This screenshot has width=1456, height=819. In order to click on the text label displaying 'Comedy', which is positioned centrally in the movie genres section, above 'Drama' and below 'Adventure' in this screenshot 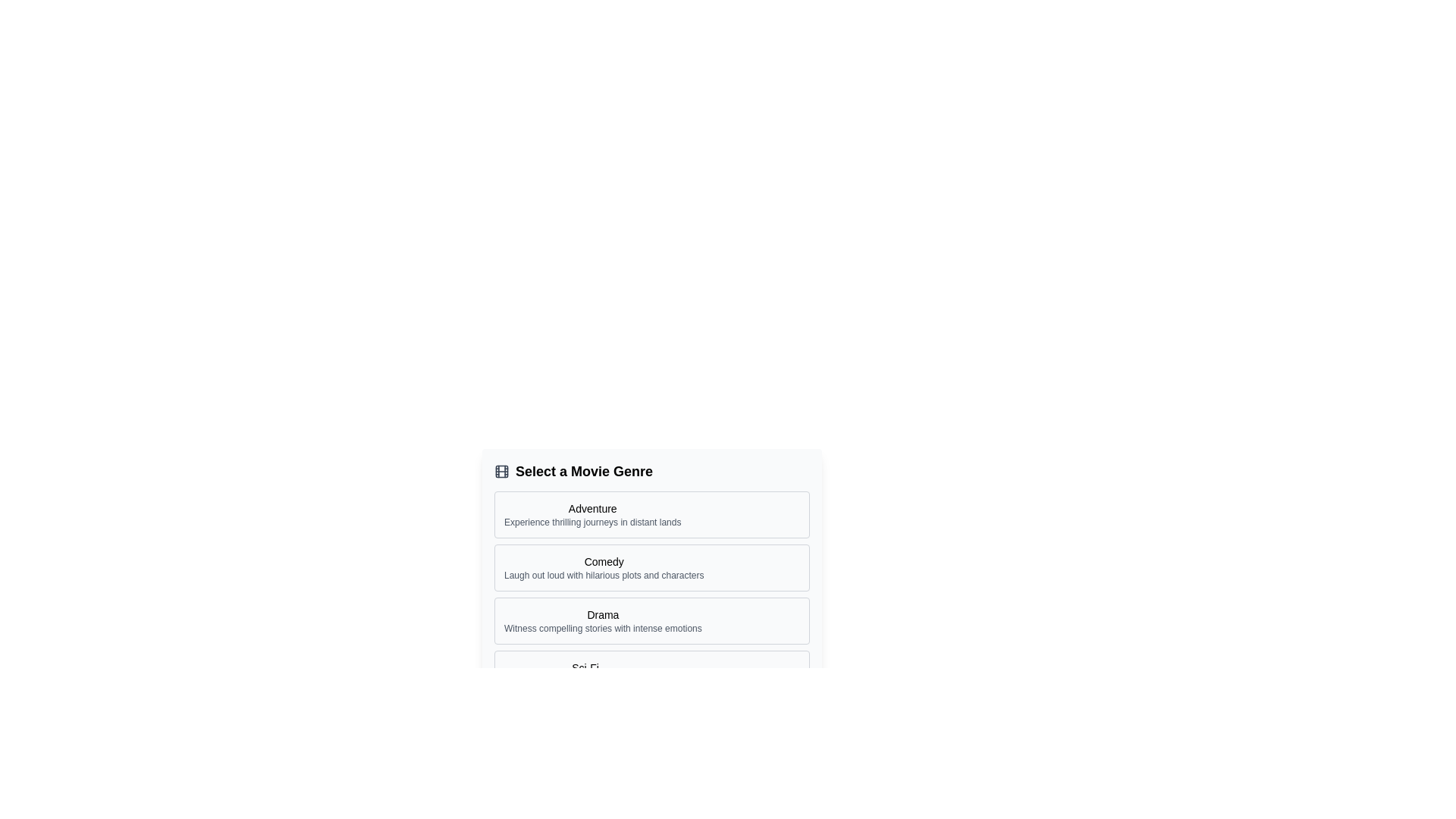, I will do `click(603, 561)`.